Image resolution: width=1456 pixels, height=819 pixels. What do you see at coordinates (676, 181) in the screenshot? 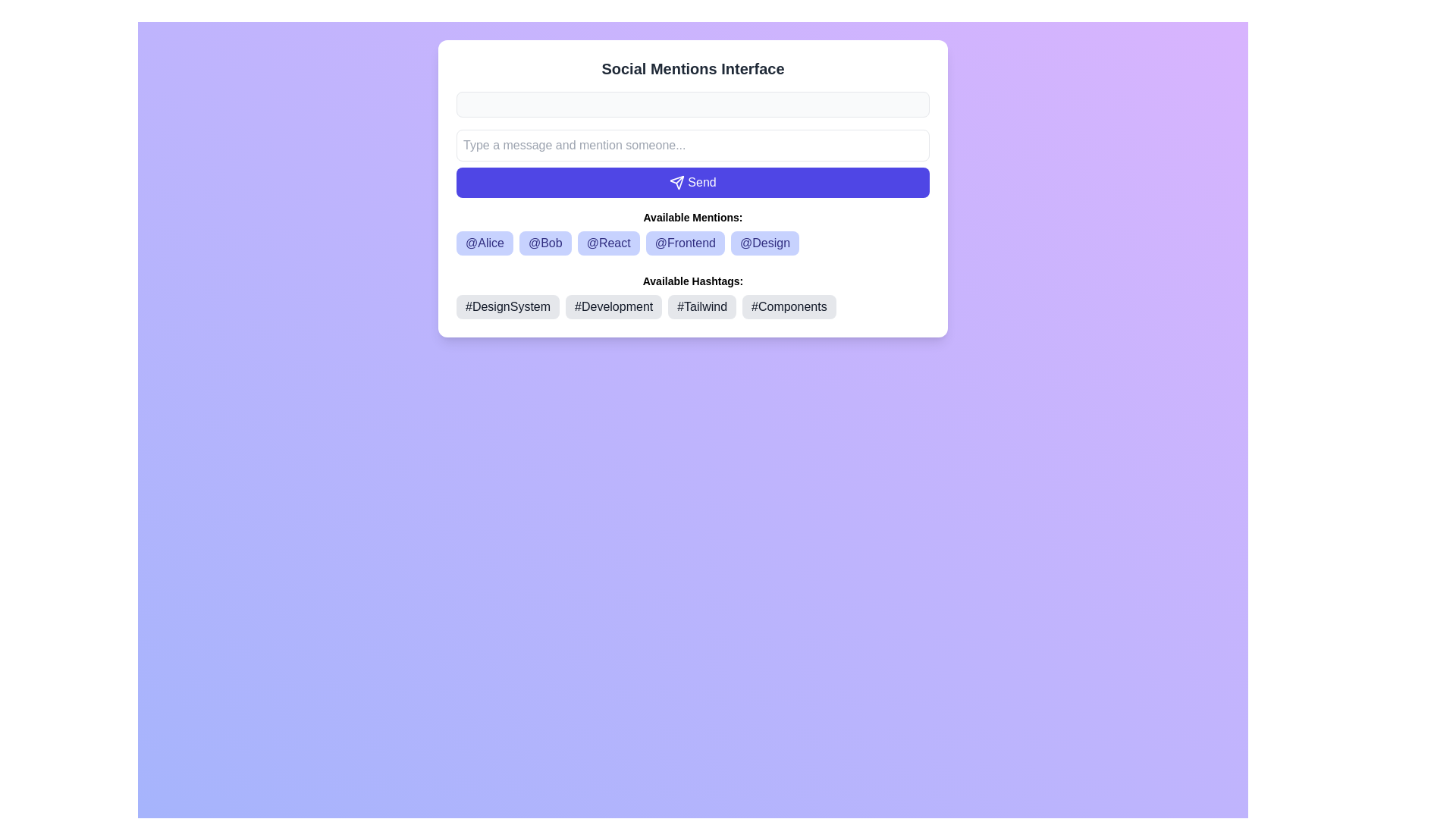
I see `the paper airplane icon located within the 'Send' button to initiate sending` at bounding box center [676, 181].